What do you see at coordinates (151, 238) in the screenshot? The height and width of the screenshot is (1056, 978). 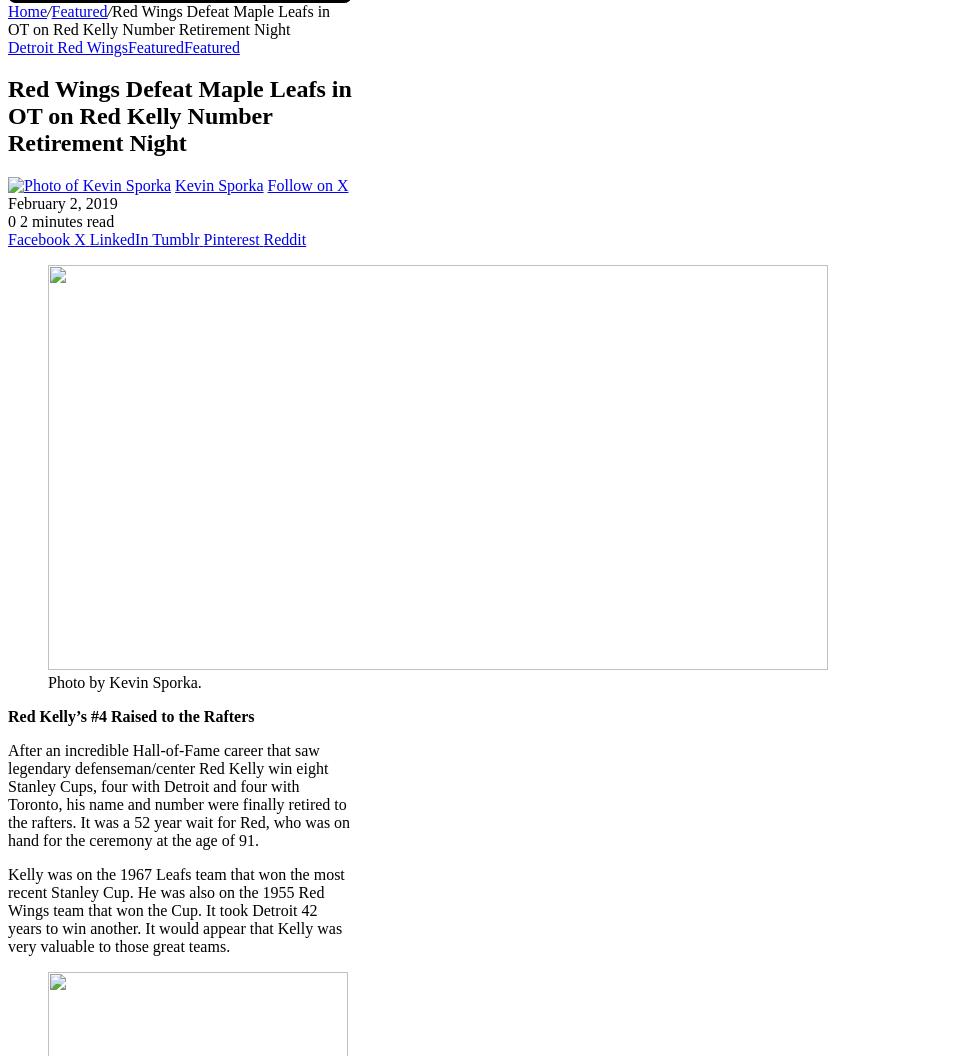 I see `'Tumblr'` at bounding box center [151, 238].